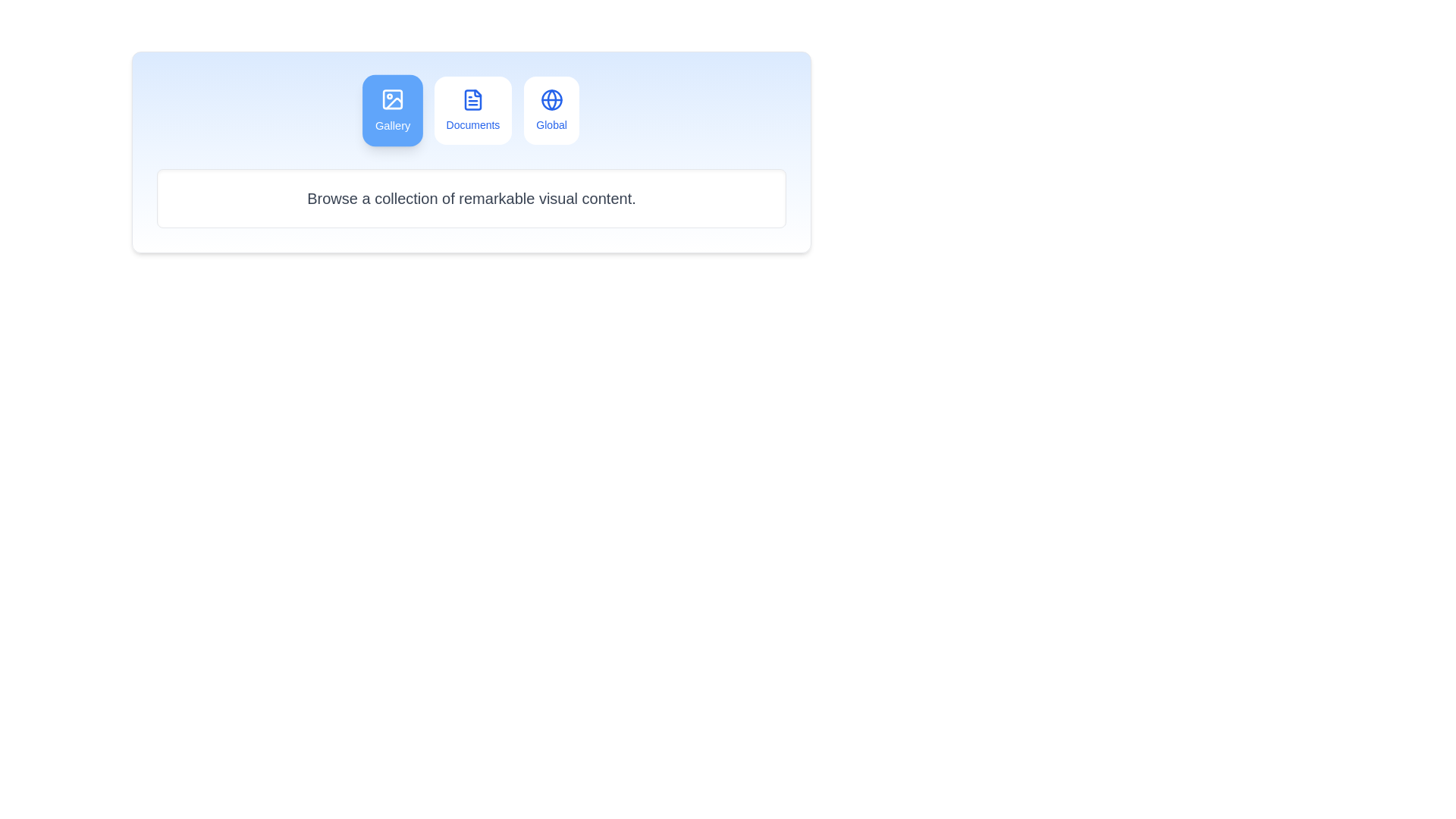 Image resolution: width=1456 pixels, height=819 pixels. Describe the element at coordinates (550, 110) in the screenshot. I see `the Global tab` at that location.